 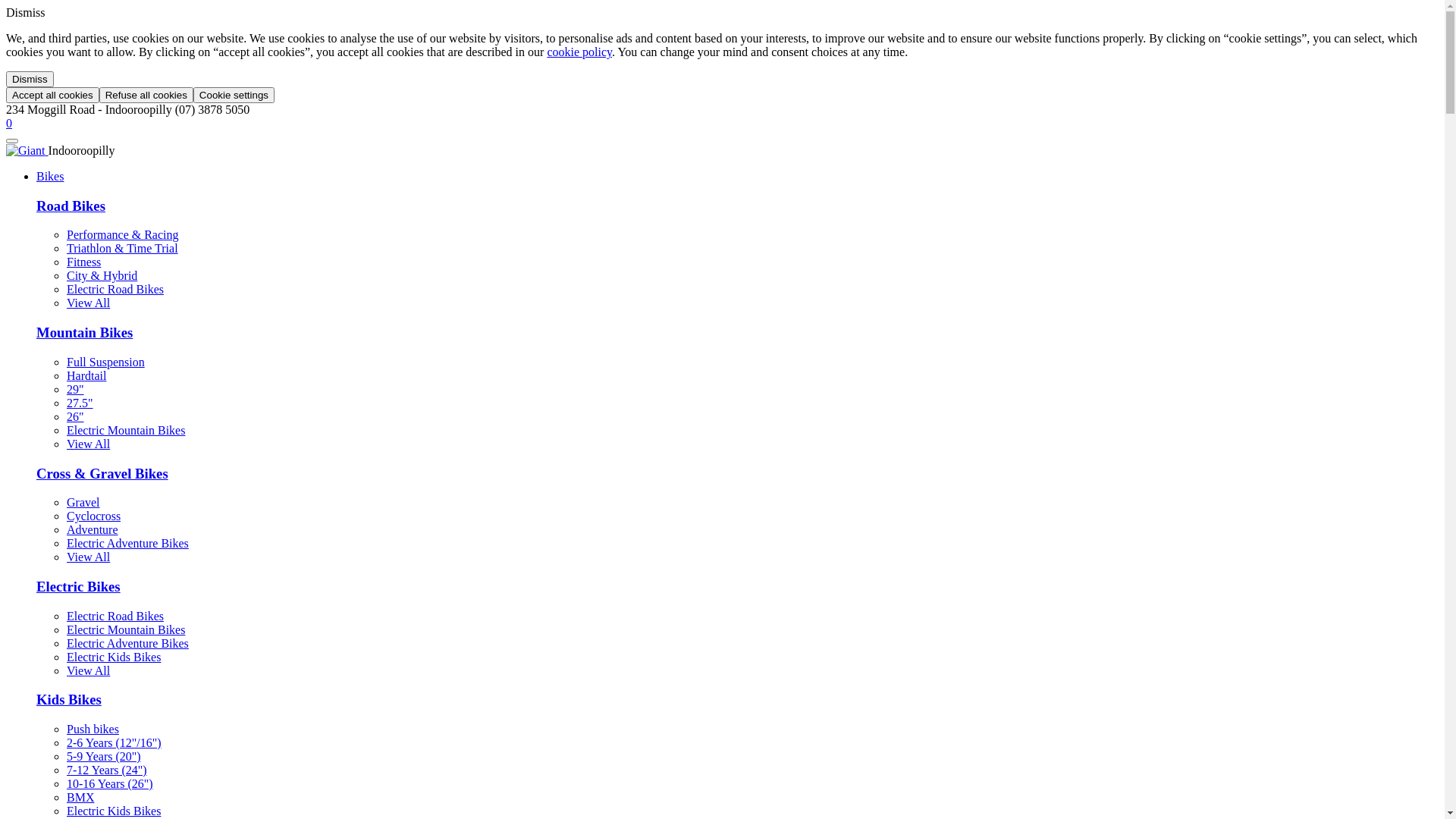 I want to click on 'Road Bikes', so click(x=70, y=206).